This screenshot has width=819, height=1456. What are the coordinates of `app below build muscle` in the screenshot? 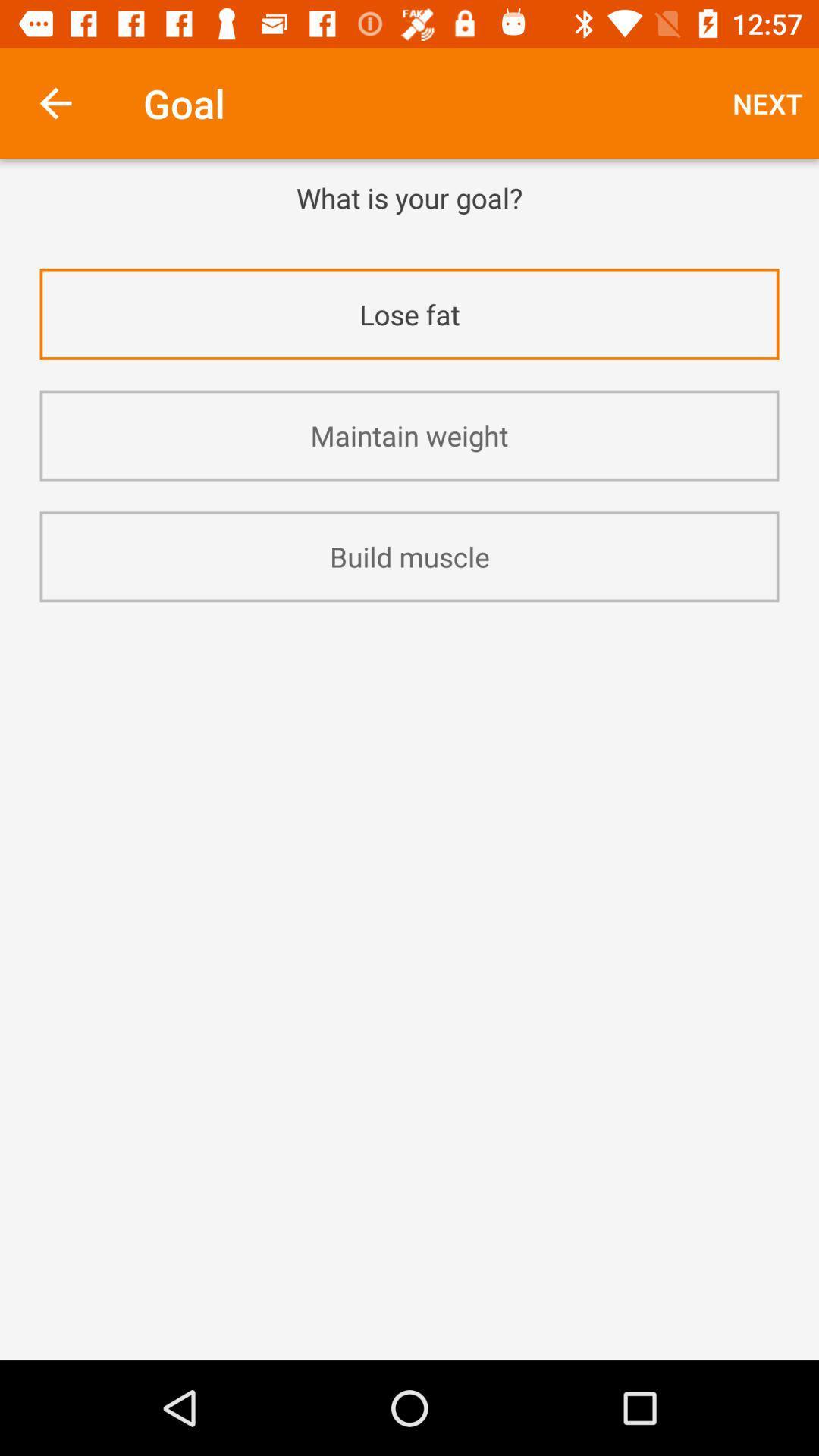 It's located at (409, 643).